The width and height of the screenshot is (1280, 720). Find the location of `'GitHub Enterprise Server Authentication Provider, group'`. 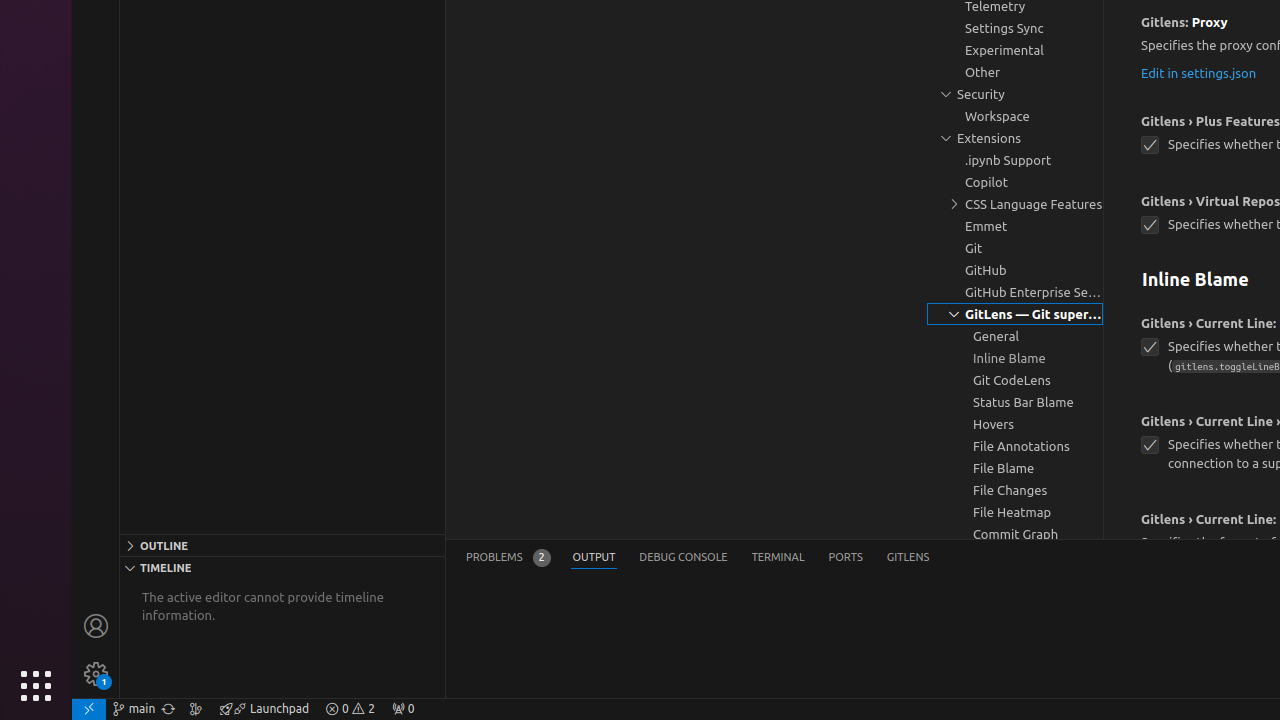

'GitHub Enterprise Server Authentication Provider, group' is located at coordinates (1015, 292).